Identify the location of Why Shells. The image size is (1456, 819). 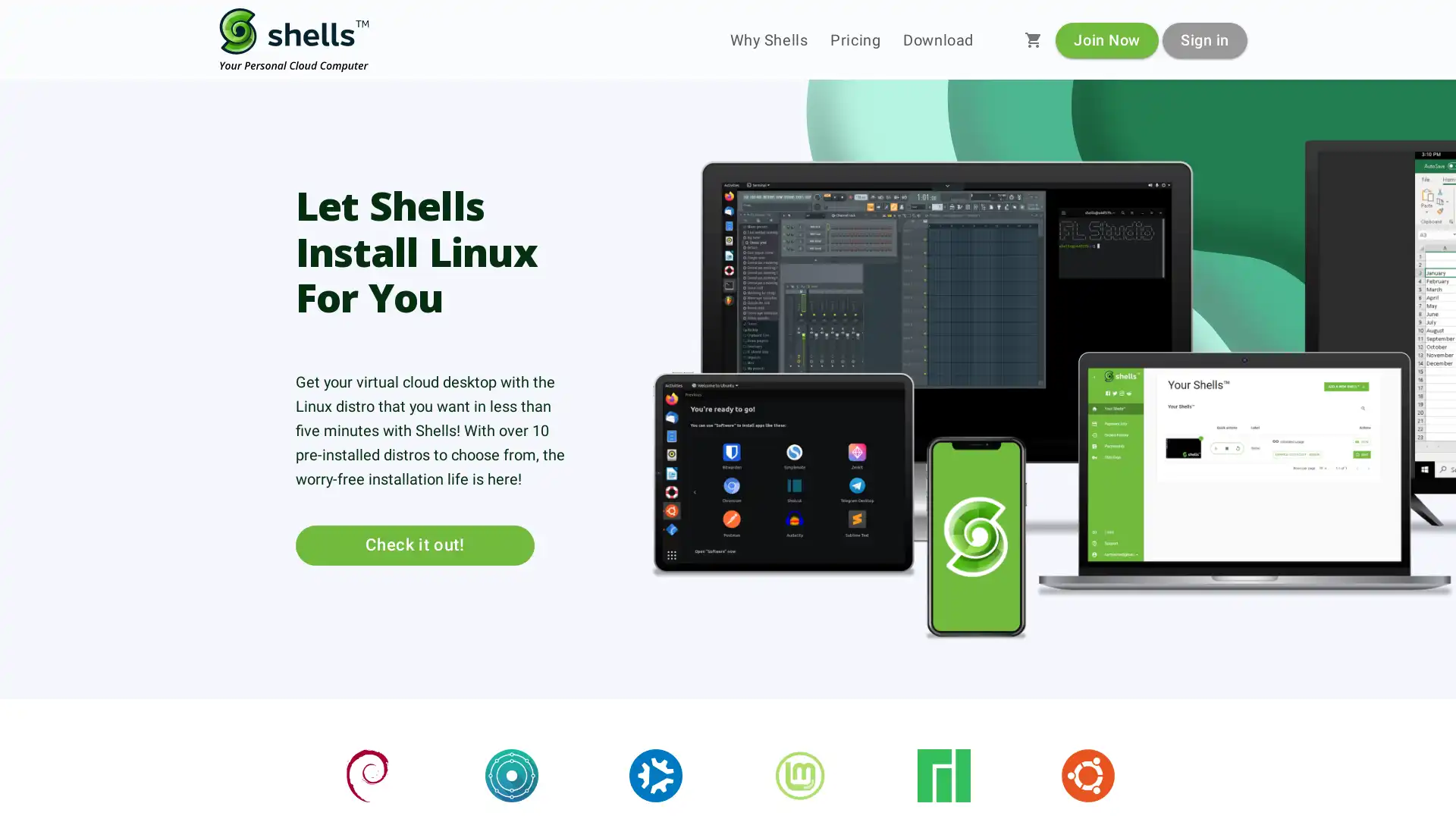
(768, 39).